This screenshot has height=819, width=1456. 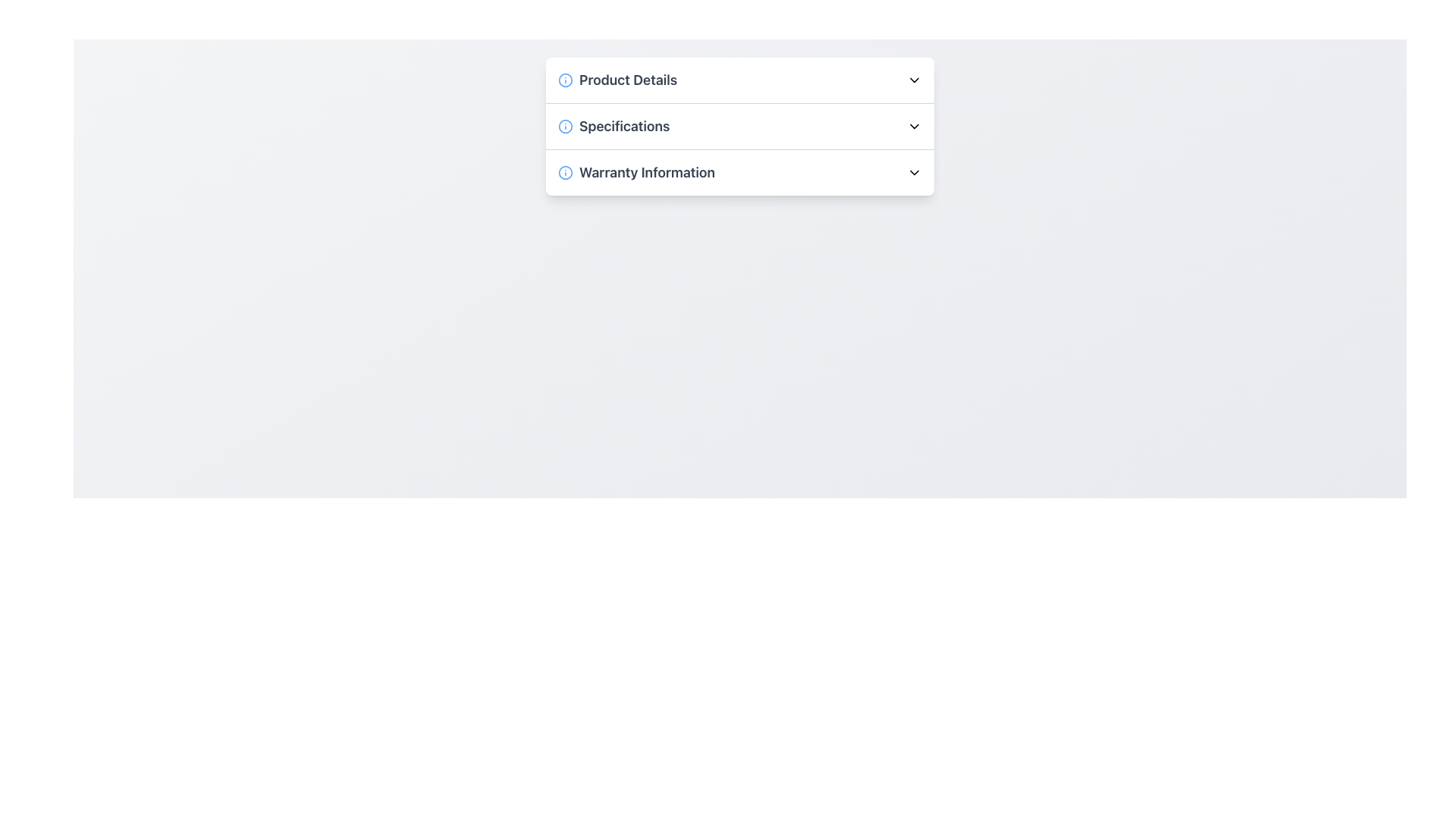 I want to click on the circular blue icon with a white interior and a smaller blue dot at its center, located to the left of the 'Warranty Information' text, so click(x=564, y=171).